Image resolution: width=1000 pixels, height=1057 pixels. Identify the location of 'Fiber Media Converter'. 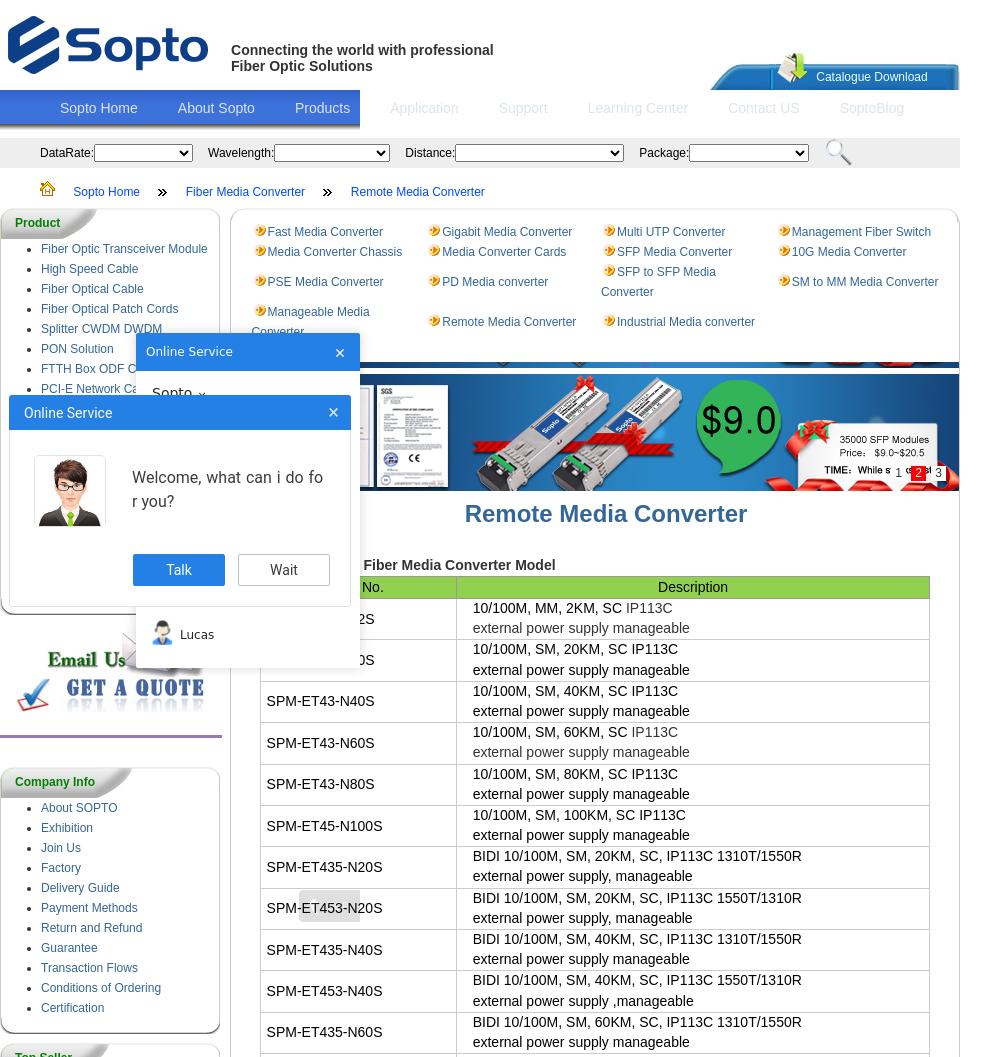
(244, 190).